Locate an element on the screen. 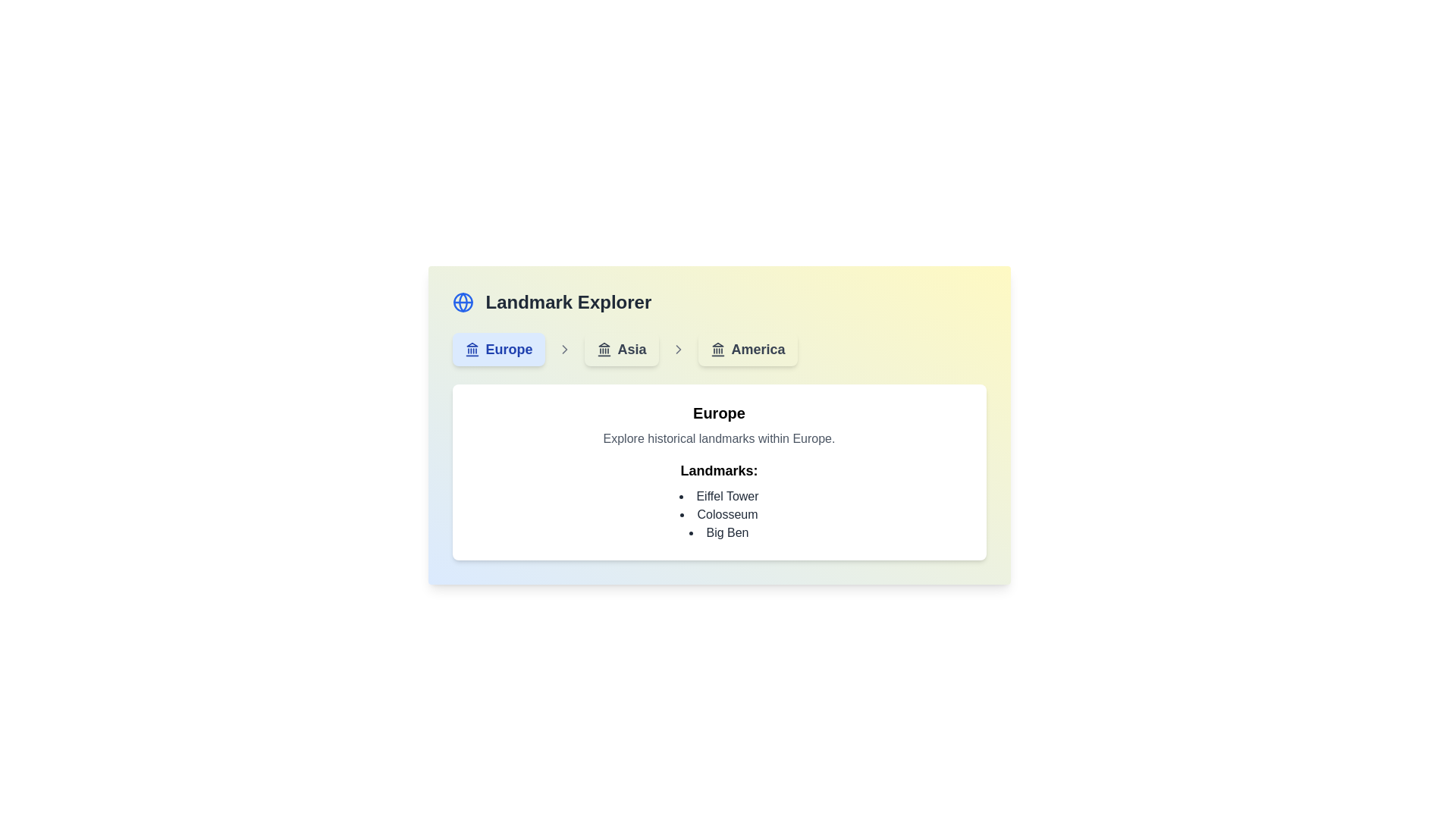 The height and width of the screenshot is (819, 1456). the area of the 'Asia' button which is represented by the building icon in the breadcrumb navigation bar, located next to the text 'Asia' is located at coordinates (603, 350).